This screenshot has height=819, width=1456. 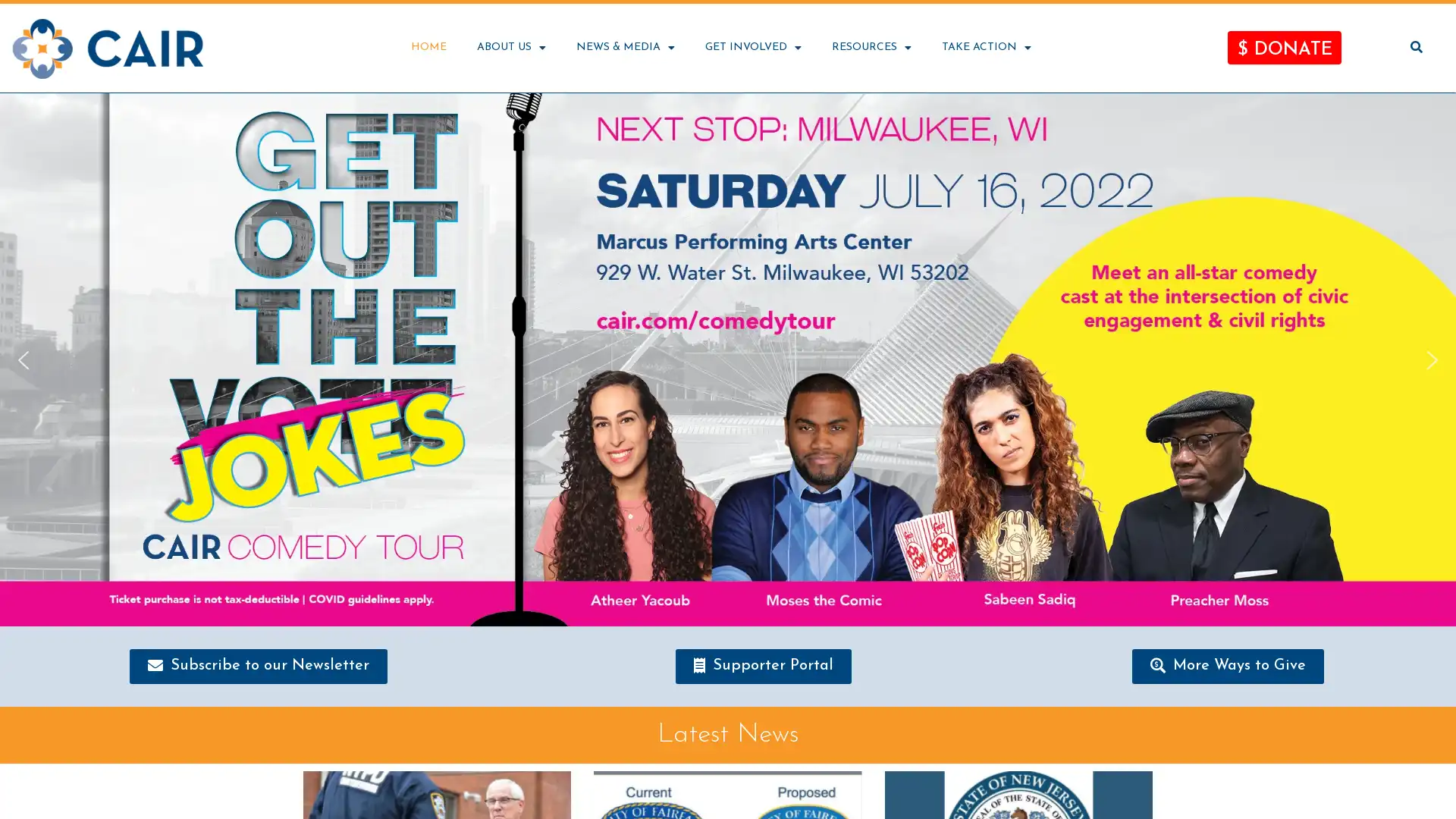 I want to click on Supporter Portal, so click(x=764, y=666).